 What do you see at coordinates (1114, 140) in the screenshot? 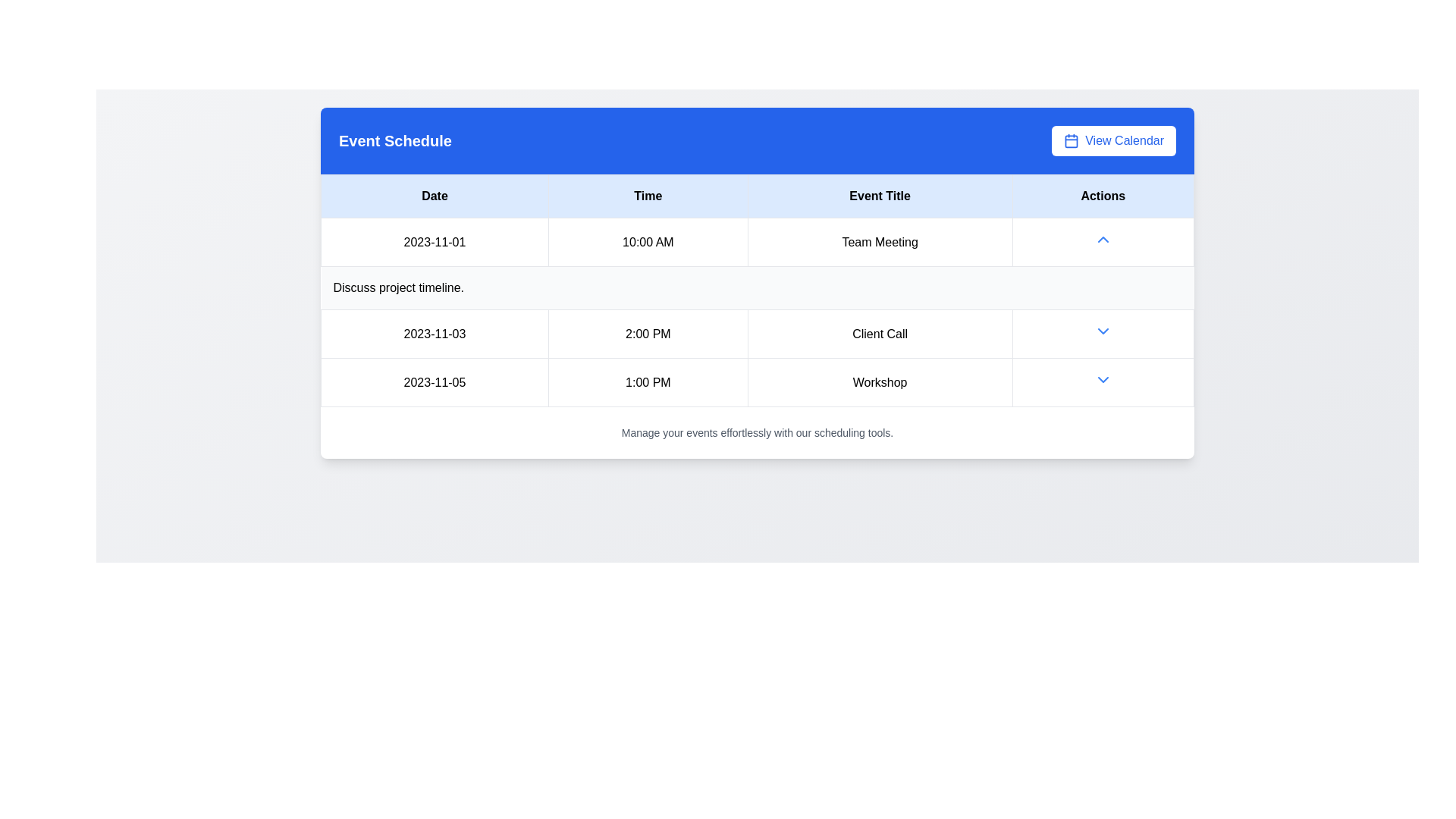
I see `the button with white background and blue text that reads 'View Calendar', located in the top-right corner of the 'Event Schedule' panel` at bounding box center [1114, 140].